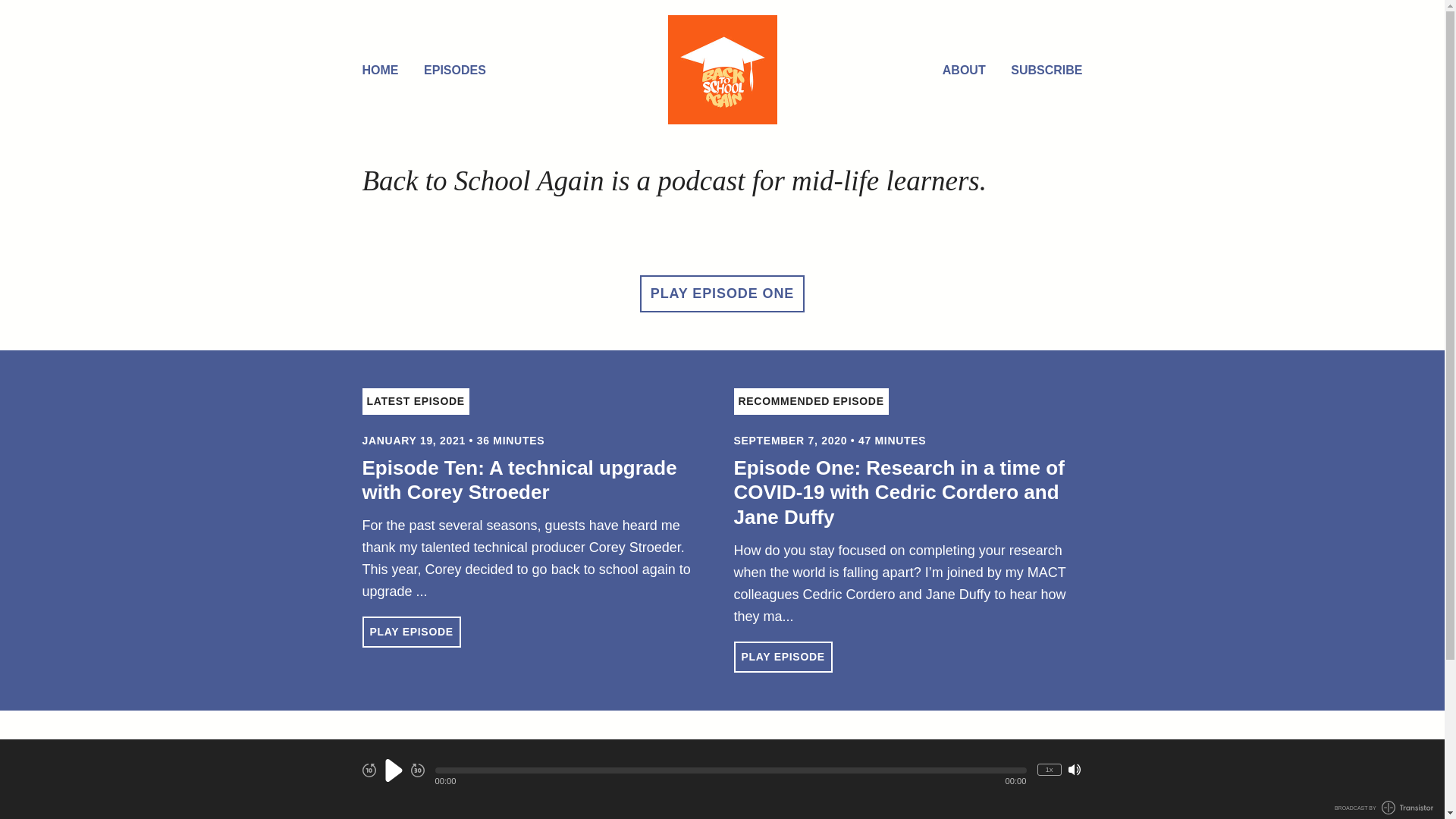  What do you see at coordinates (779, 778) in the screenshot?
I see `'LinkedIn'` at bounding box center [779, 778].